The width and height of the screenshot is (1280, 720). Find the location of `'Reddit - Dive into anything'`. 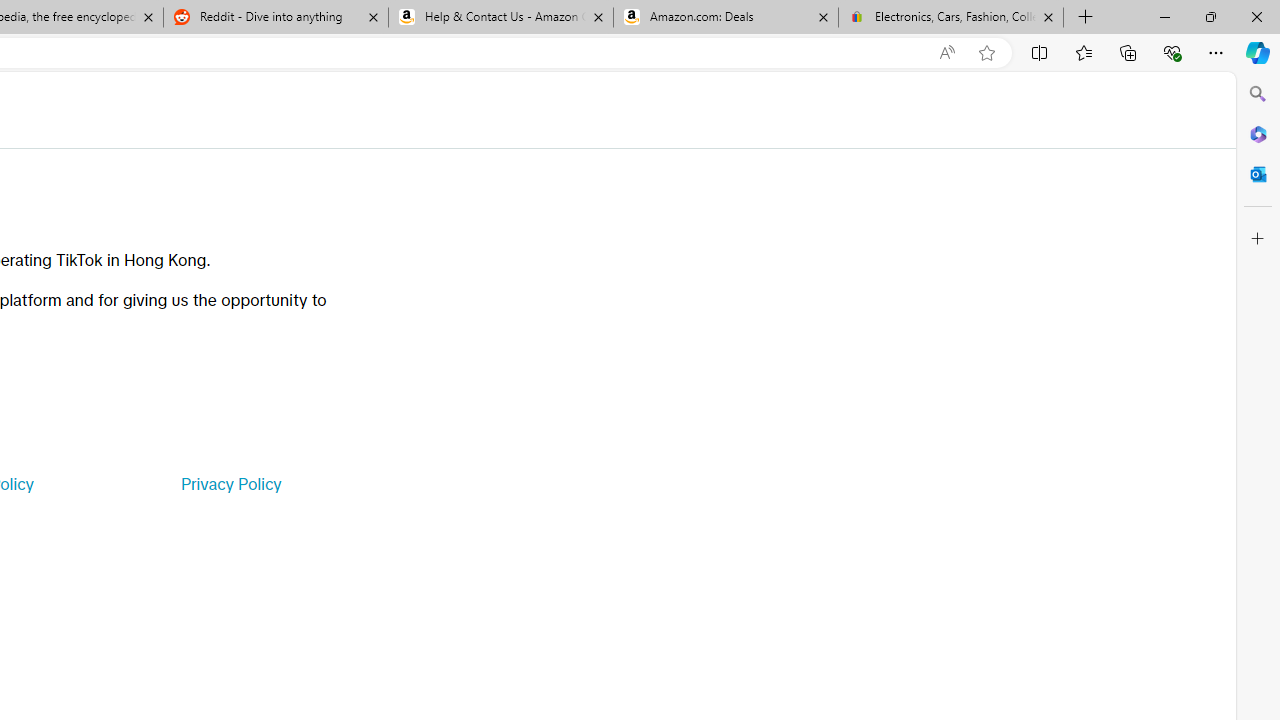

'Reddit - Dive into anything' is located at coordinates (274, 17).